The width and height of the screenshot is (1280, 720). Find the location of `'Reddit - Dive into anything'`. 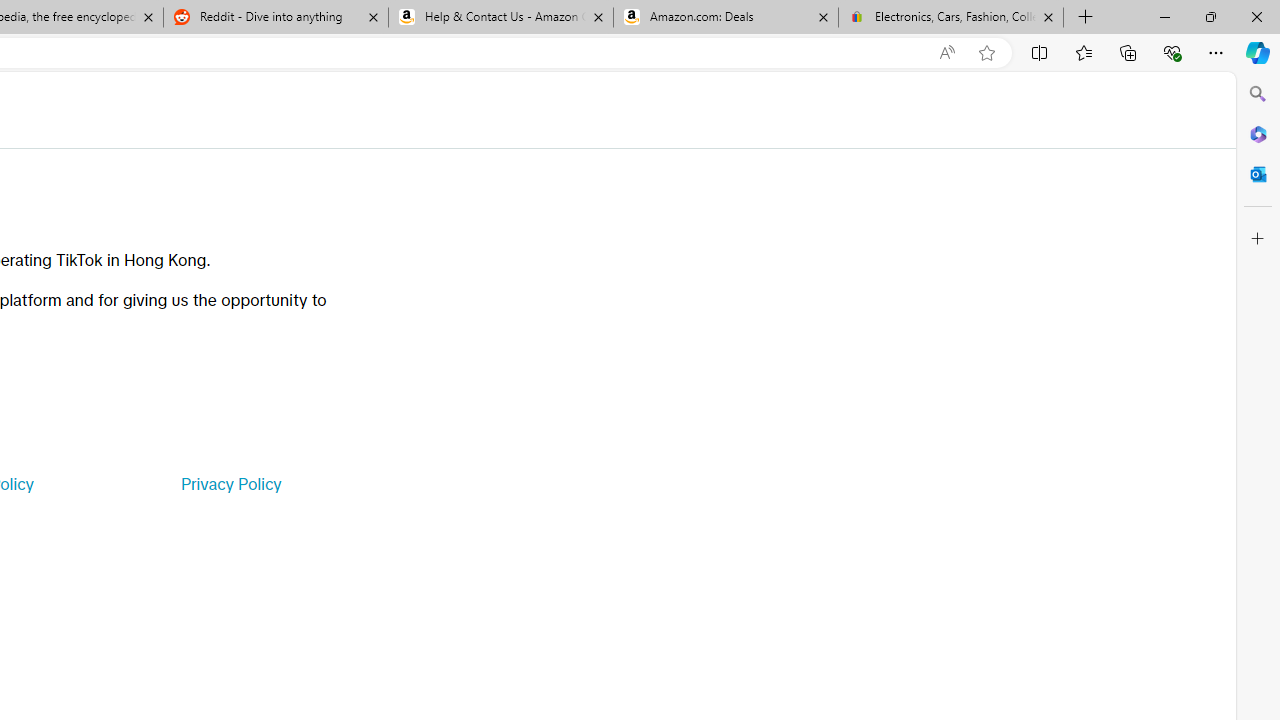

'Reddit - Dive into anything' is located at coordinates (274, 17).